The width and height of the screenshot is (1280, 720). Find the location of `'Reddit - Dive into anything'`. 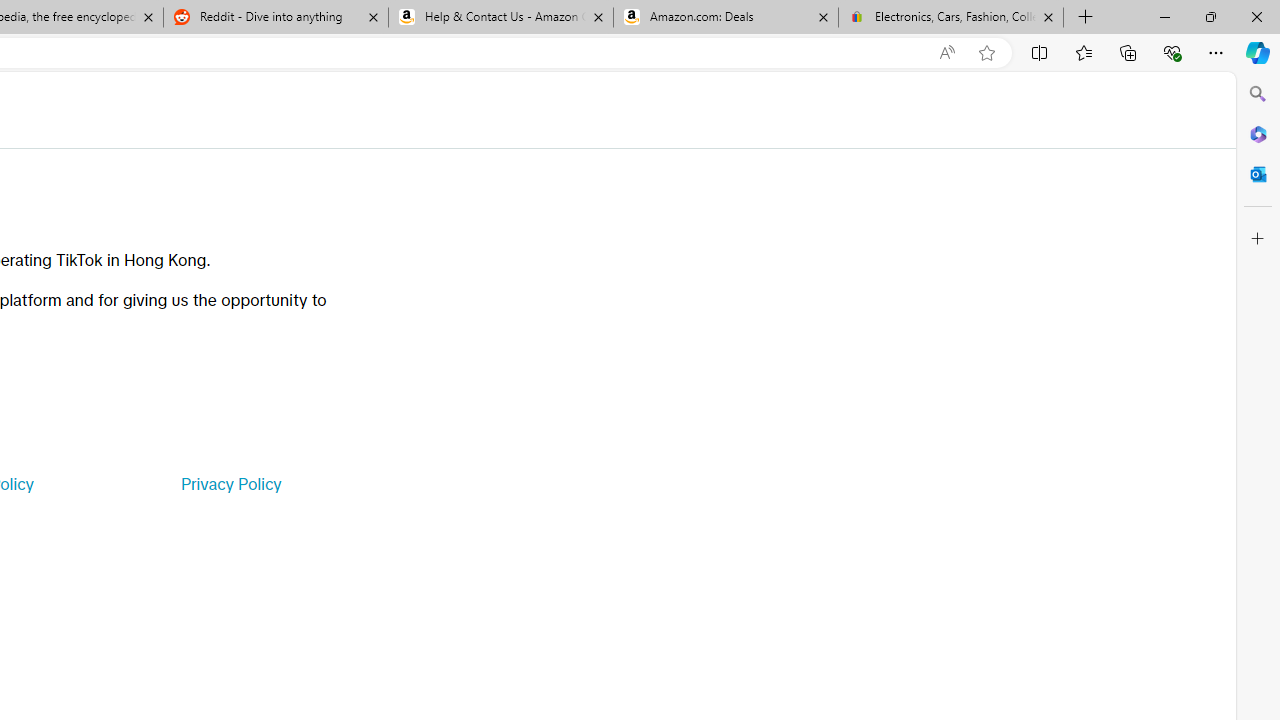

'Reddit - Dive into anything' is located at coordinates (274, 17).